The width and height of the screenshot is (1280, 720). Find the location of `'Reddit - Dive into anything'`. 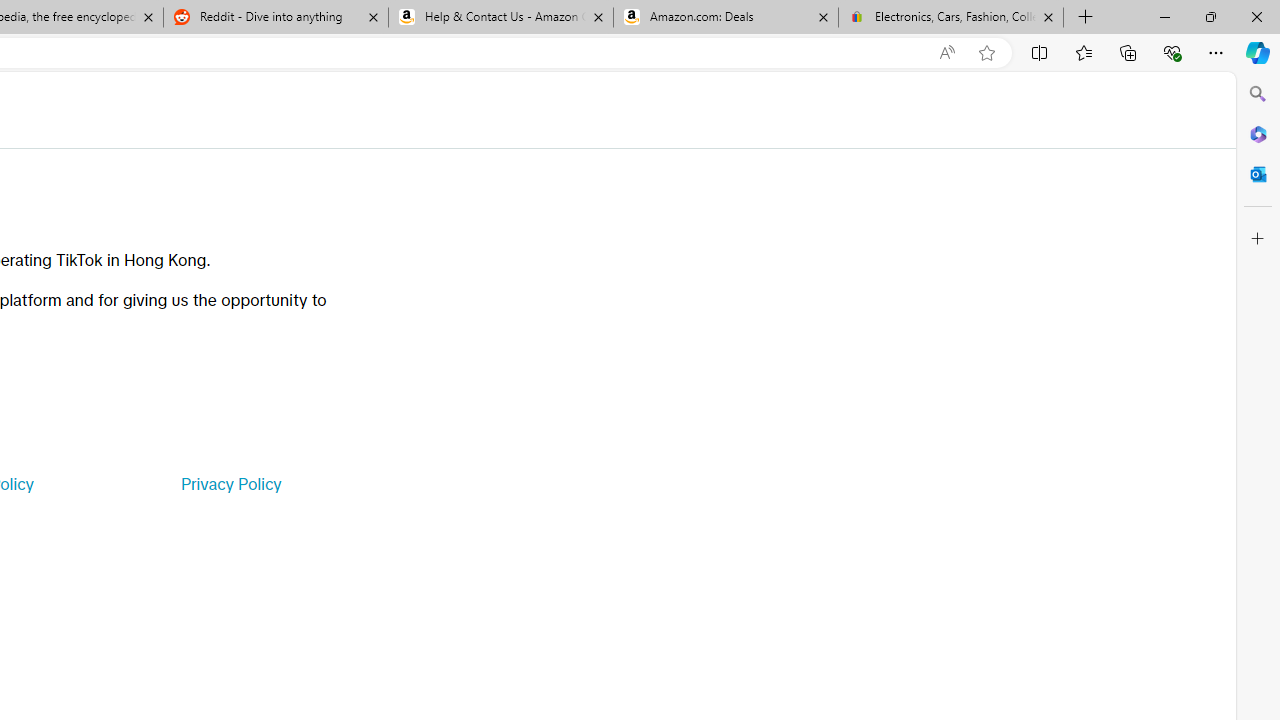

'Reddit - Dive into anything' is located at coordinates (274, 17).